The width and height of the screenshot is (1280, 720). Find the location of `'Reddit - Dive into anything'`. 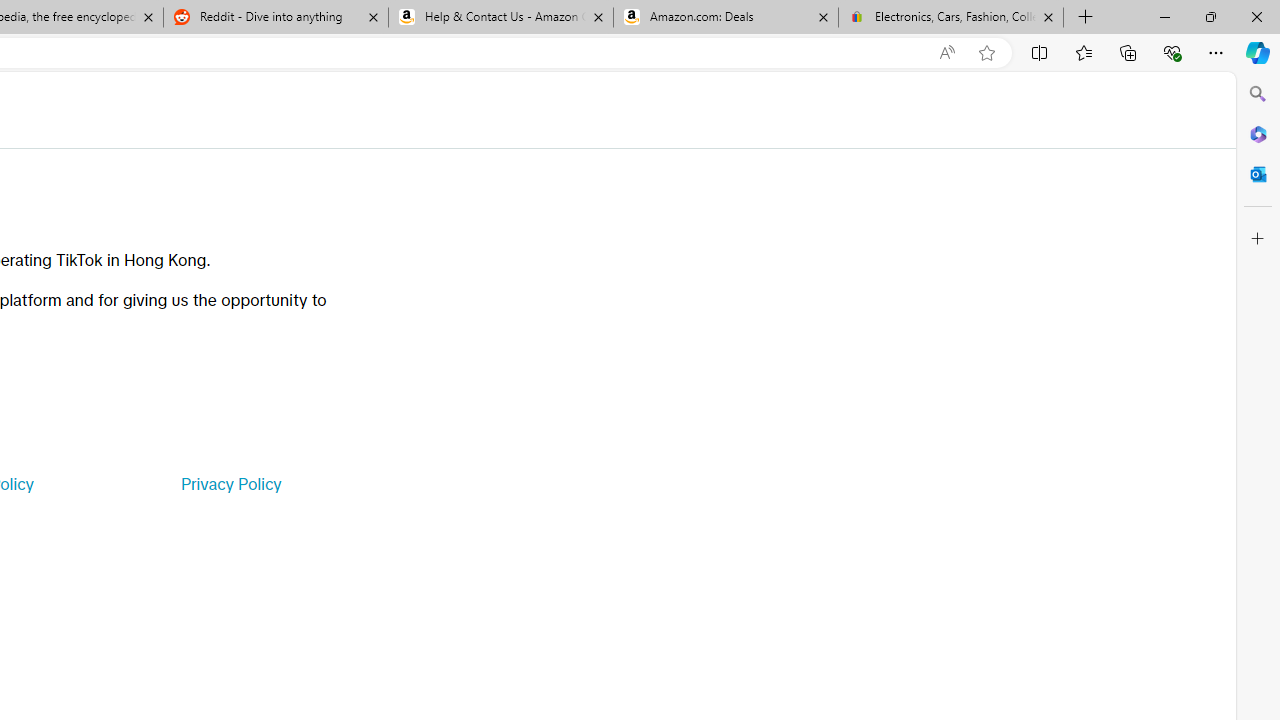

'Reddit - Dive into anything' is located at coordinates (274, 17).